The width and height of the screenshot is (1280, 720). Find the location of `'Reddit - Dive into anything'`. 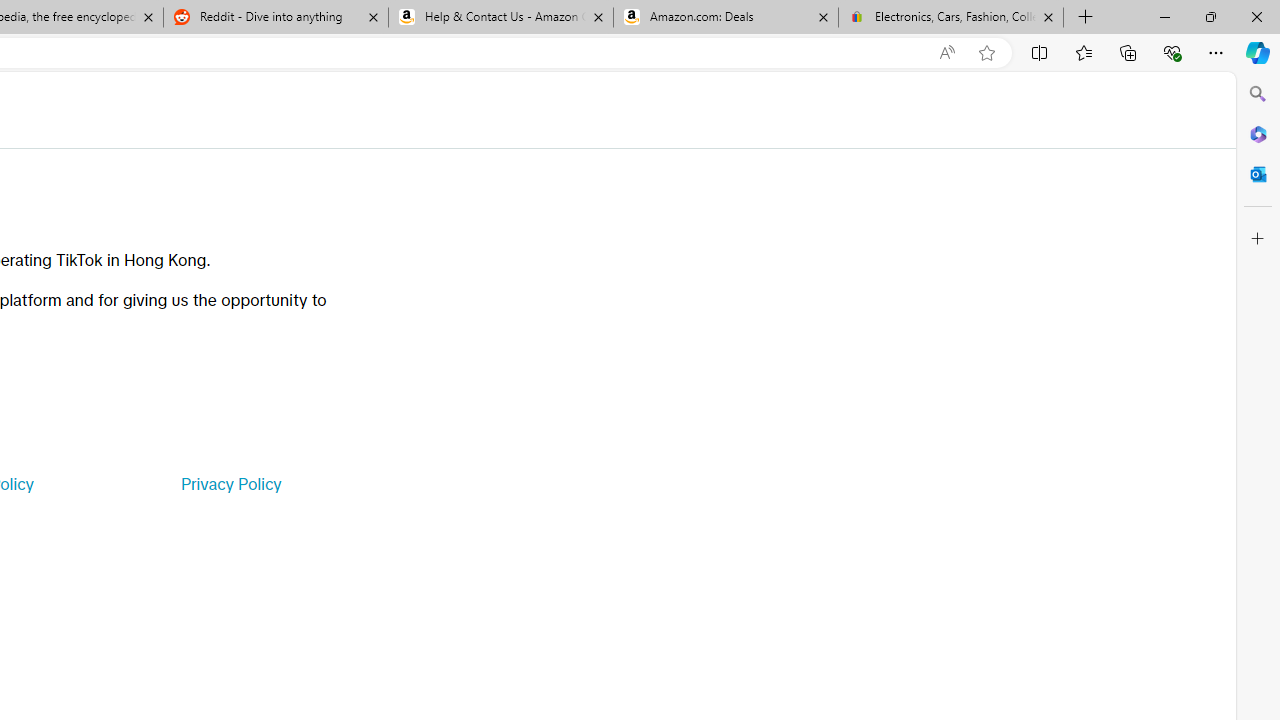

'Reddit - Dive into anything' is located at coordinates (274, 17).